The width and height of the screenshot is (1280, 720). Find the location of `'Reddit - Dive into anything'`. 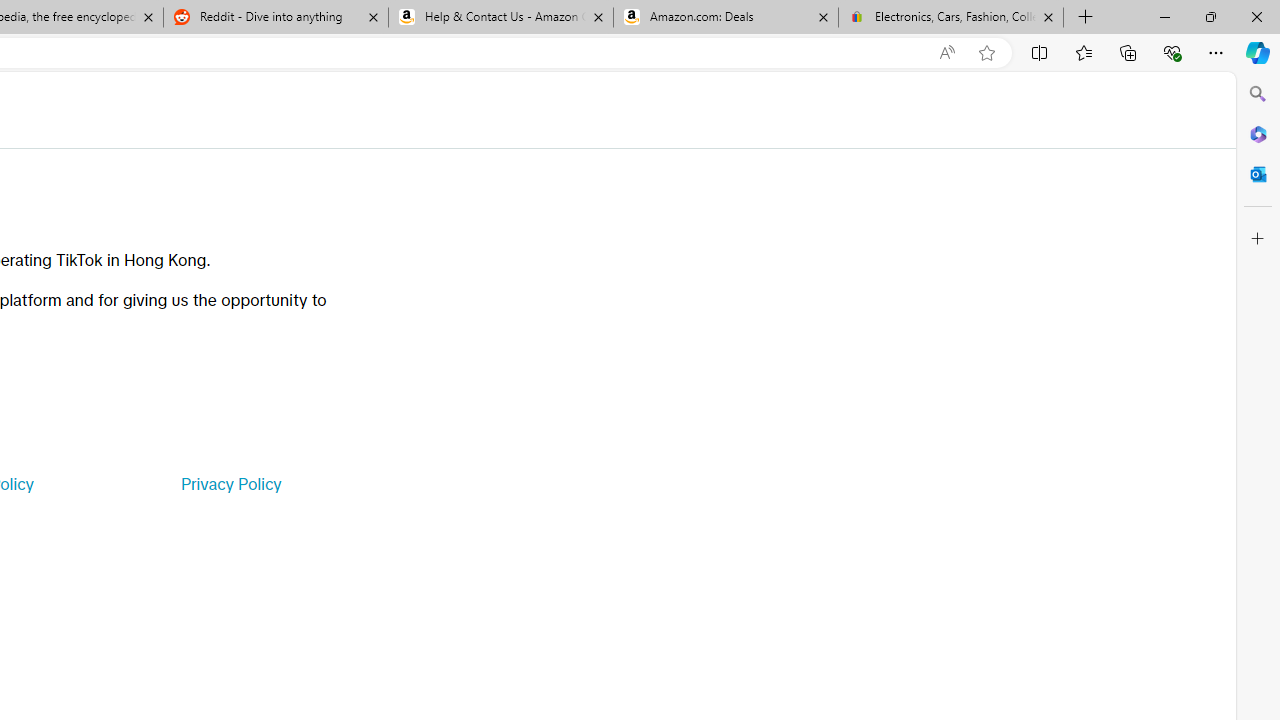

'Reddit - Dive into anything' is located at coordinates (274, 17).